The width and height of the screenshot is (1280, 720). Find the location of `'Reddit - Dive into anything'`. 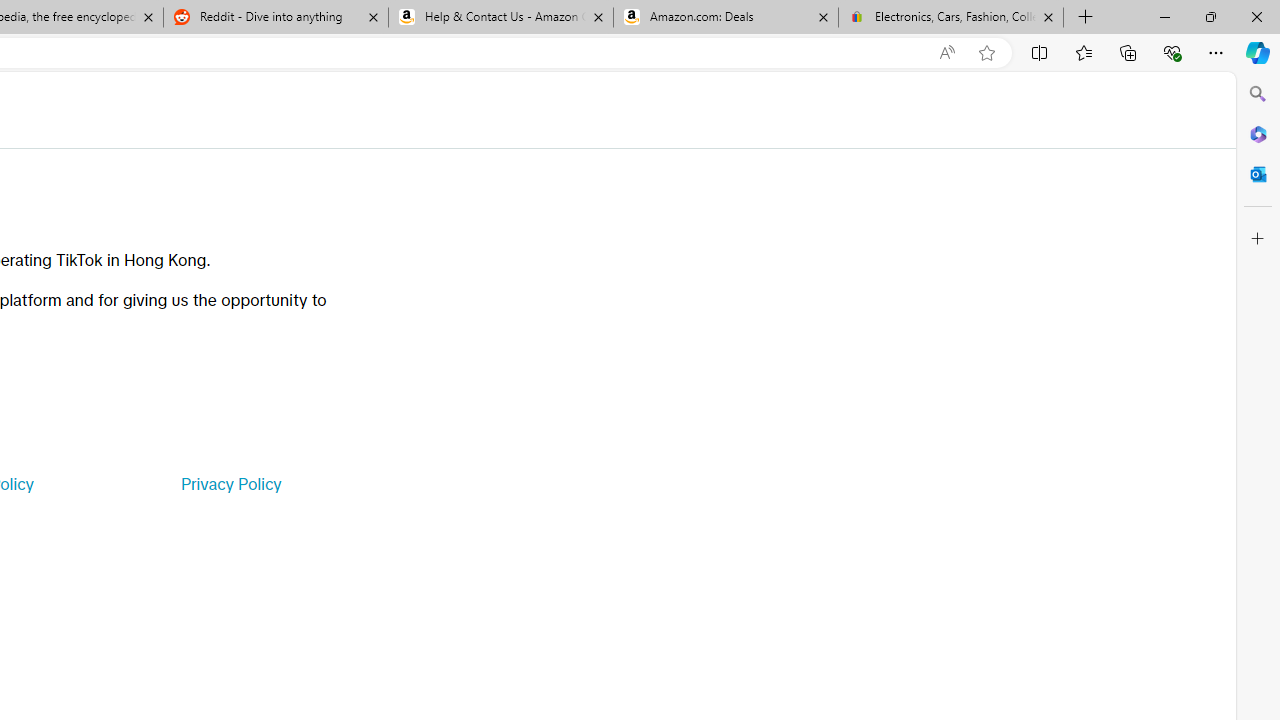

'Reddit - Dive into anything' is located at coordinates (274, 17).